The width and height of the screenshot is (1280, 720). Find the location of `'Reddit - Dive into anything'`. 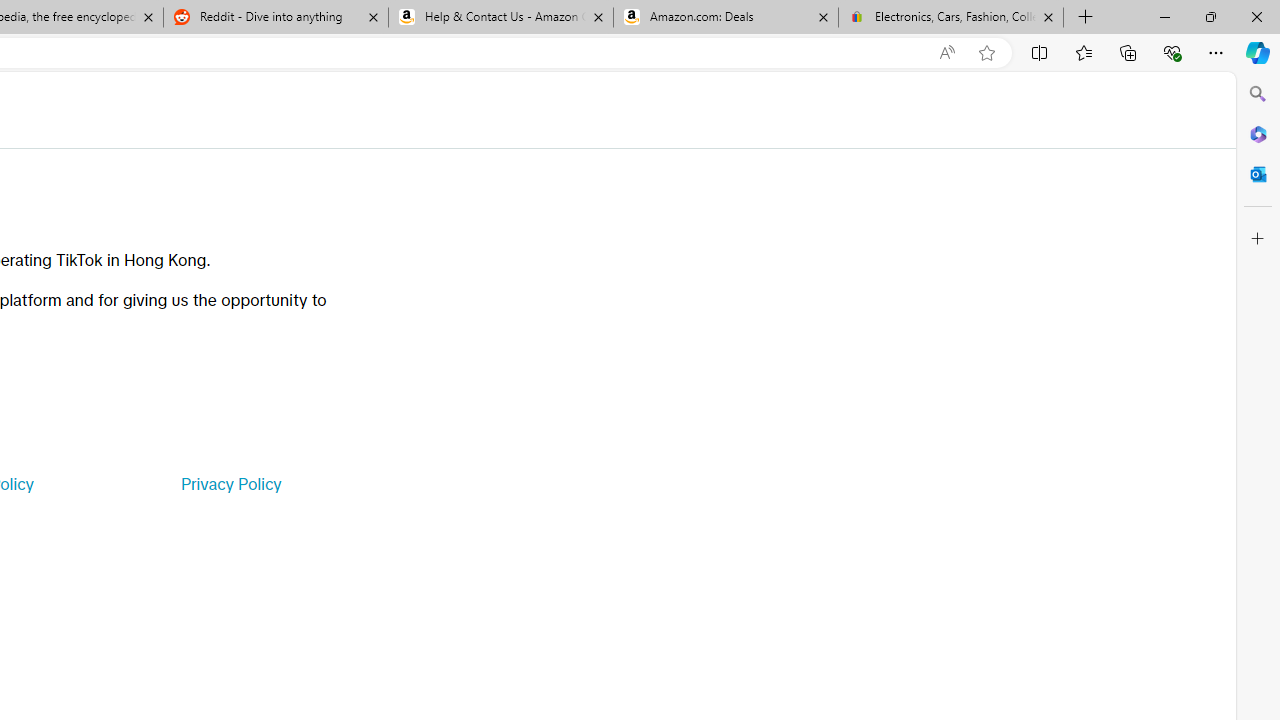

'Reddit - Dive into anything' is located at coordinates (274, 17).